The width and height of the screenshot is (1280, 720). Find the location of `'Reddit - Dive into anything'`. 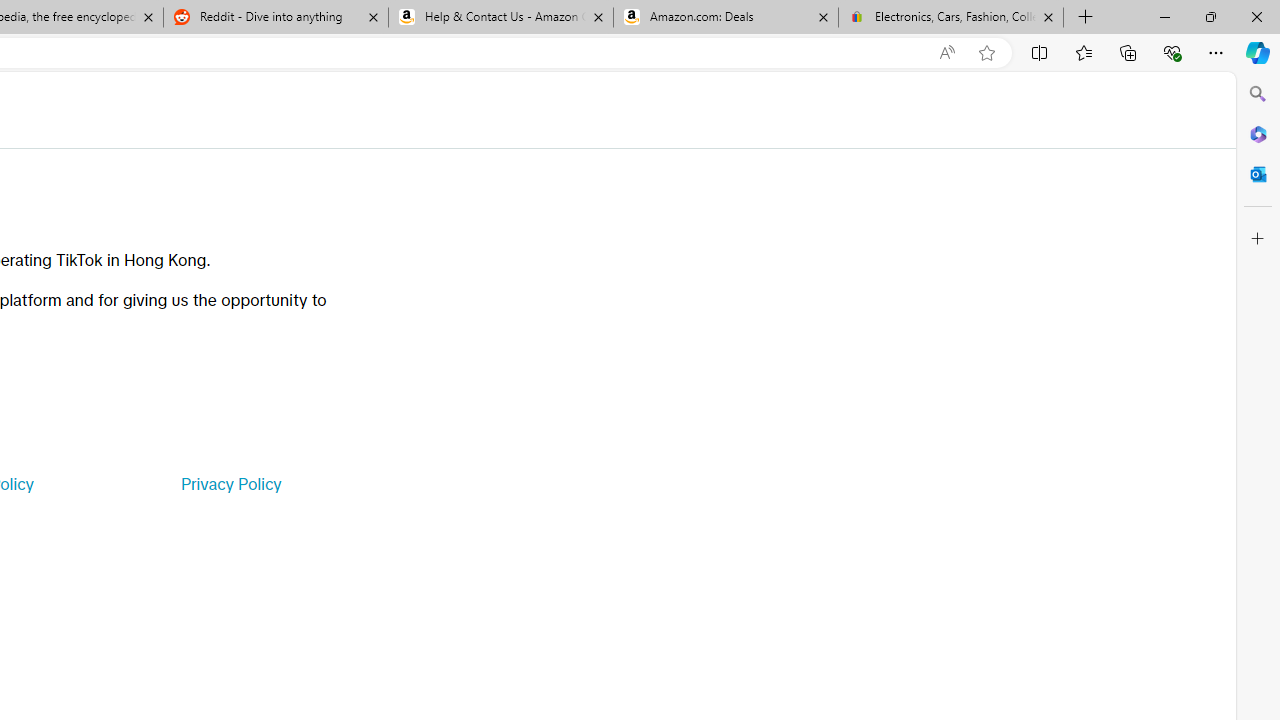

'Reddit - Dive into anything' is located at coordinates (274, 17).